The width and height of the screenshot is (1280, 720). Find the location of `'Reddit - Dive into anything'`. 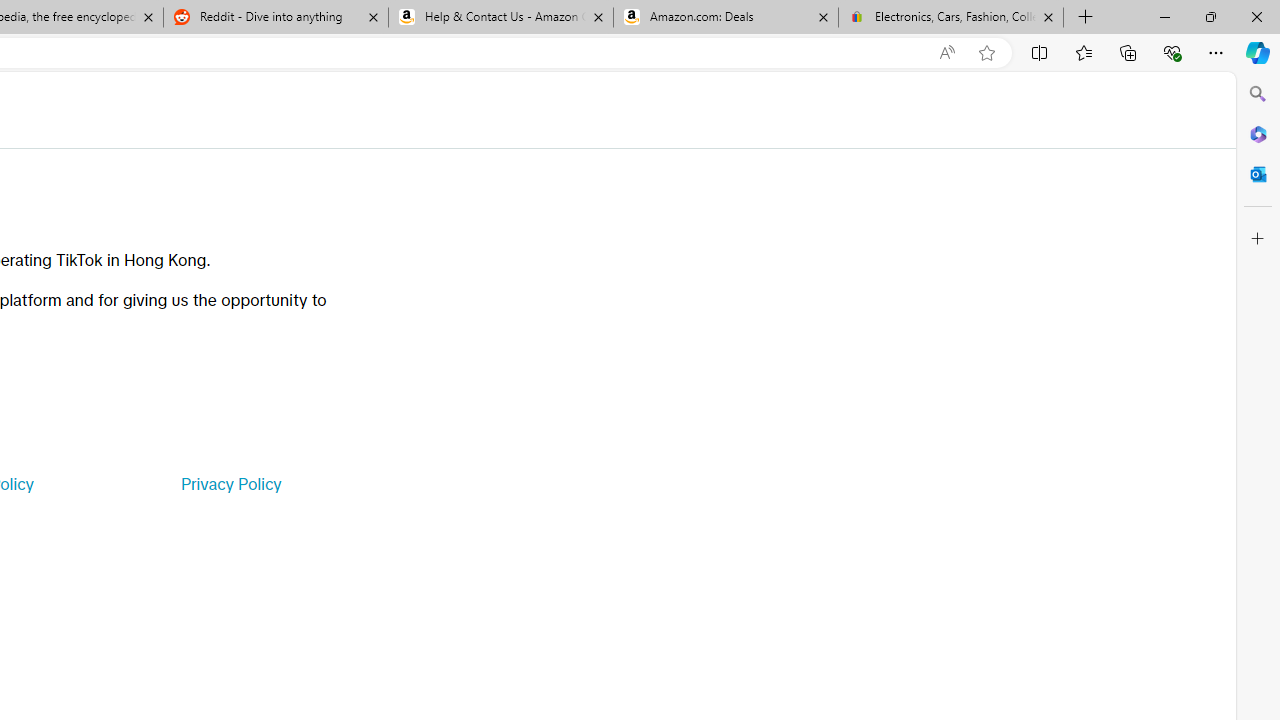

'Reddit - Dive into anything' is located at coordinates (274, 17).